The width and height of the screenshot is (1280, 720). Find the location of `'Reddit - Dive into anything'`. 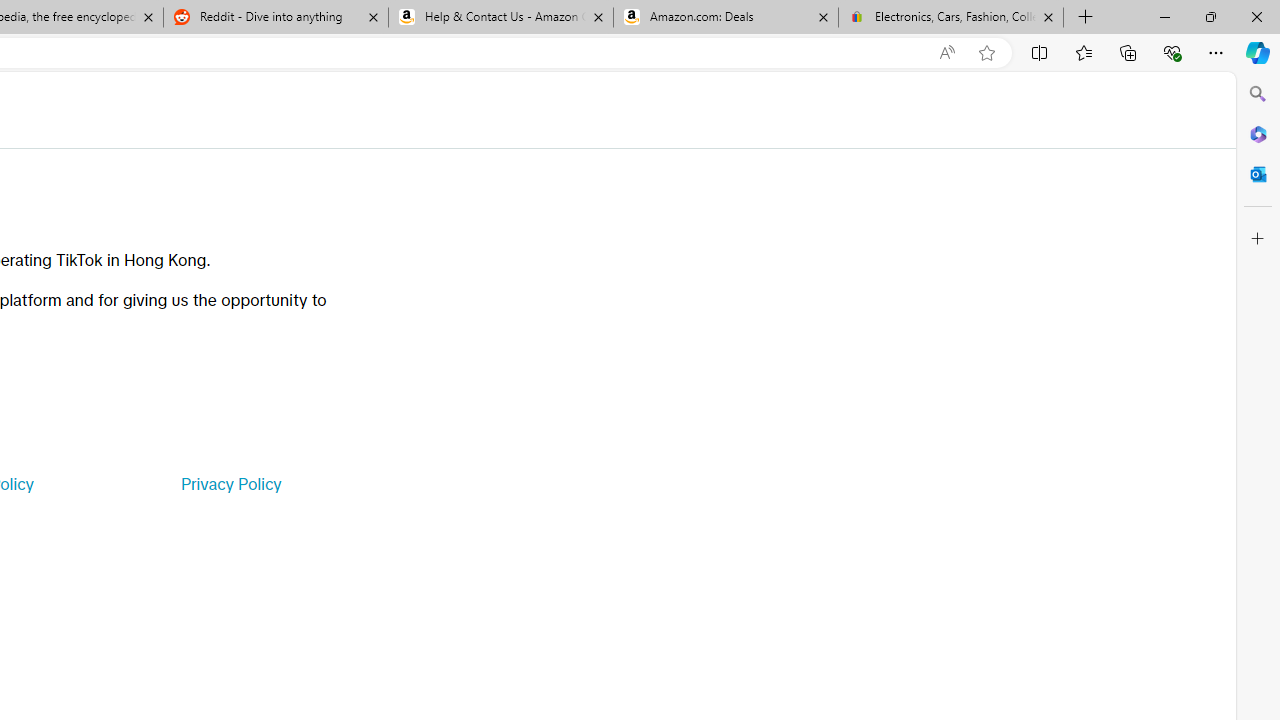

'Reddit - Dive into anything' is located at coordinates (274, 17).